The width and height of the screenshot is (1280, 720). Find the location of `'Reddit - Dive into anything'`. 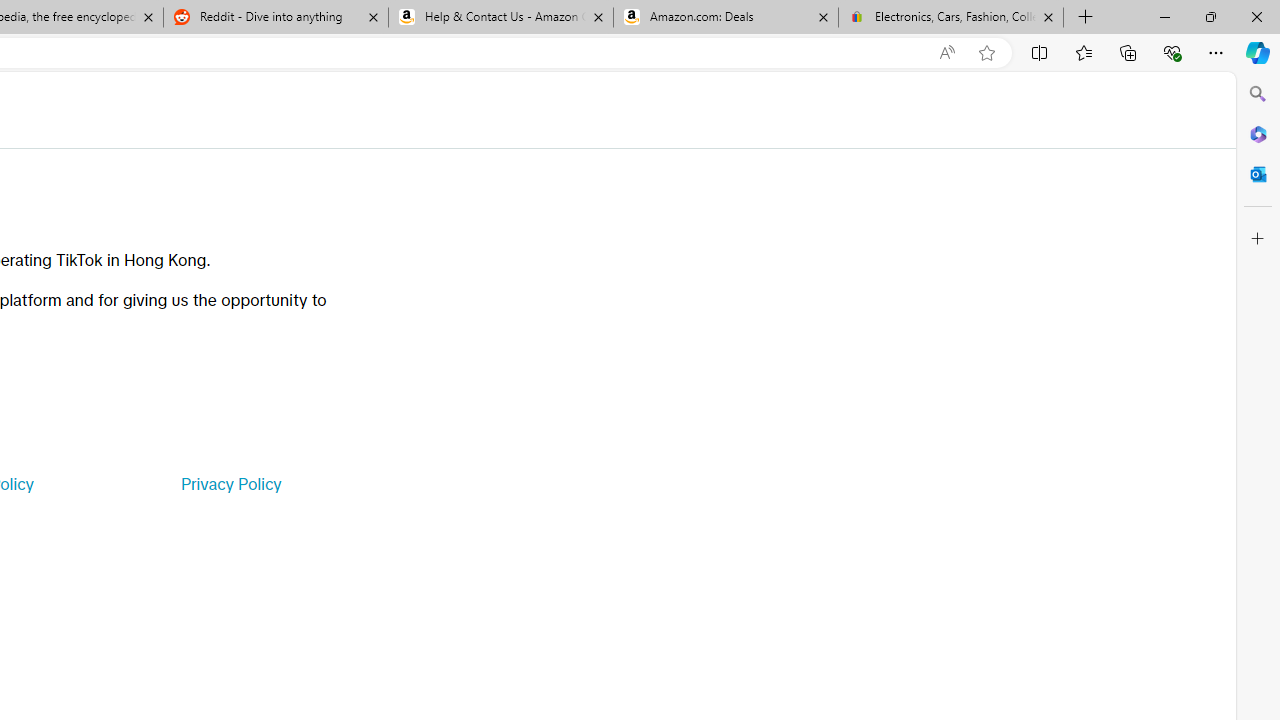

'Reddit - Dive into anything' is located at coordinates (274, 17).